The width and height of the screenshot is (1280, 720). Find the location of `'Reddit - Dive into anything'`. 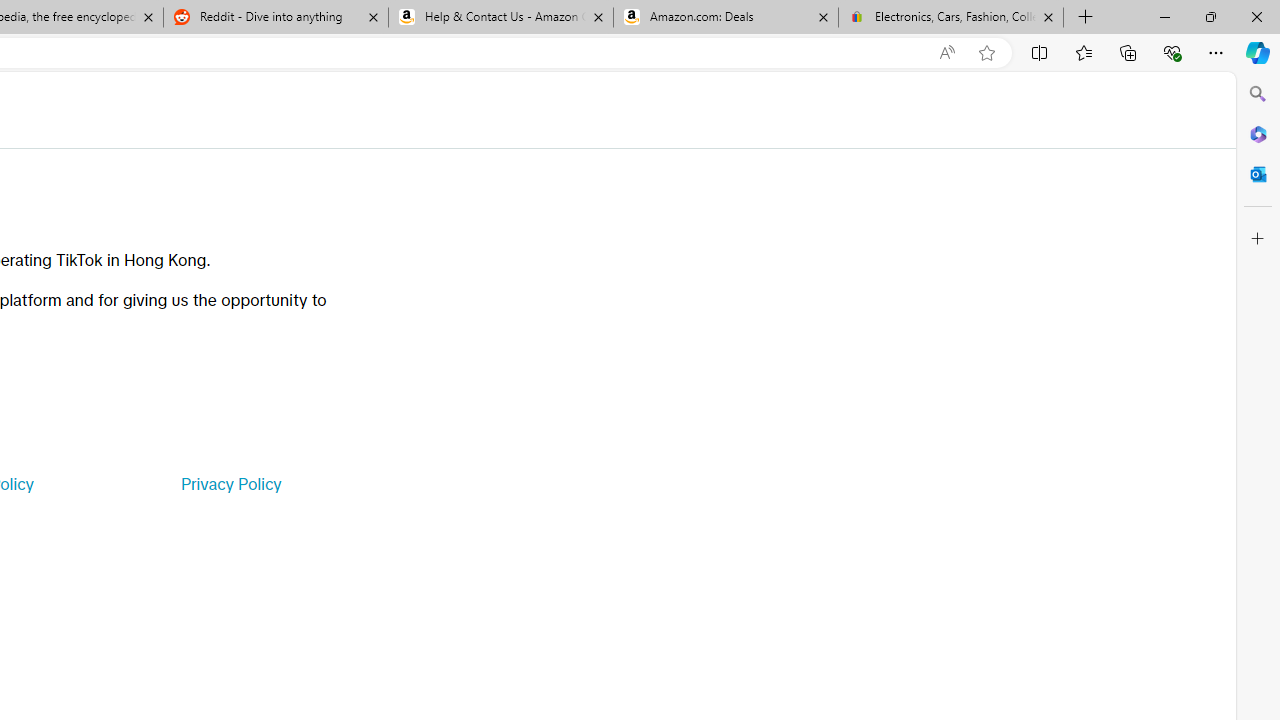

'Reddit - Dive into anything' is located at coordinates (274, 17).